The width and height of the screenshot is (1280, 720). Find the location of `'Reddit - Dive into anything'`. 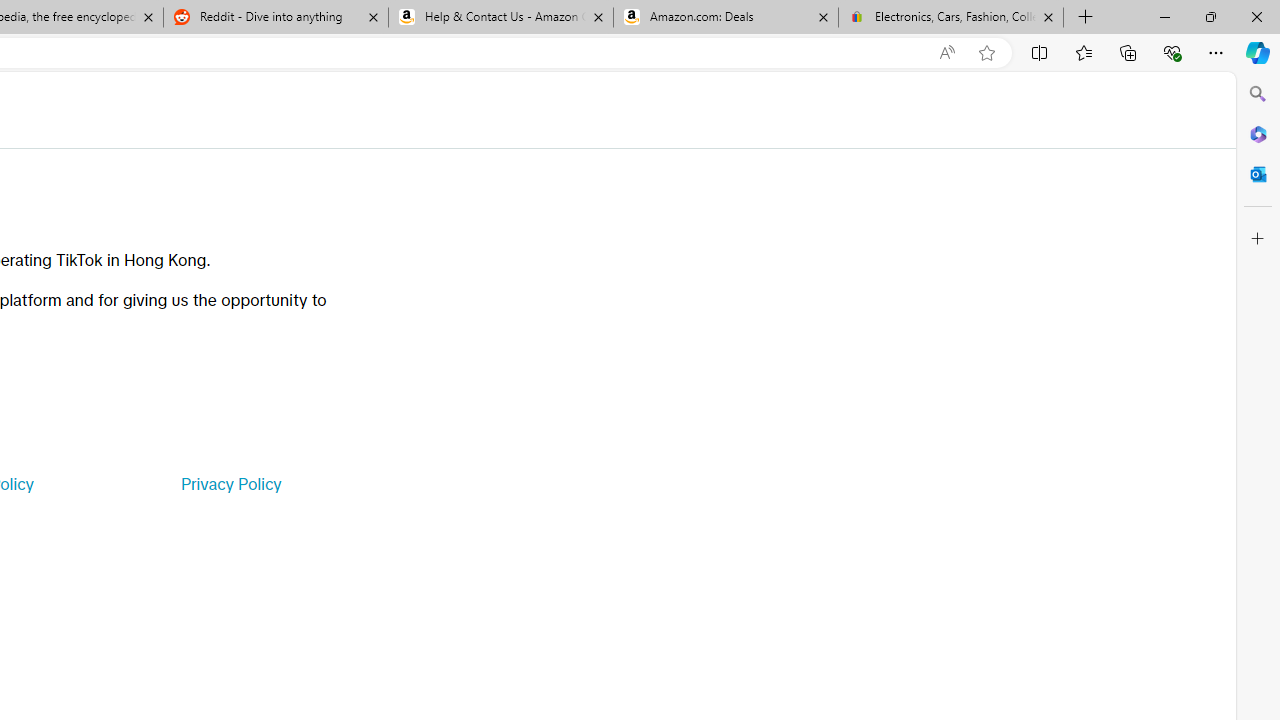

'Reddit - Dive into anything' is located at coordinates (274, 17).